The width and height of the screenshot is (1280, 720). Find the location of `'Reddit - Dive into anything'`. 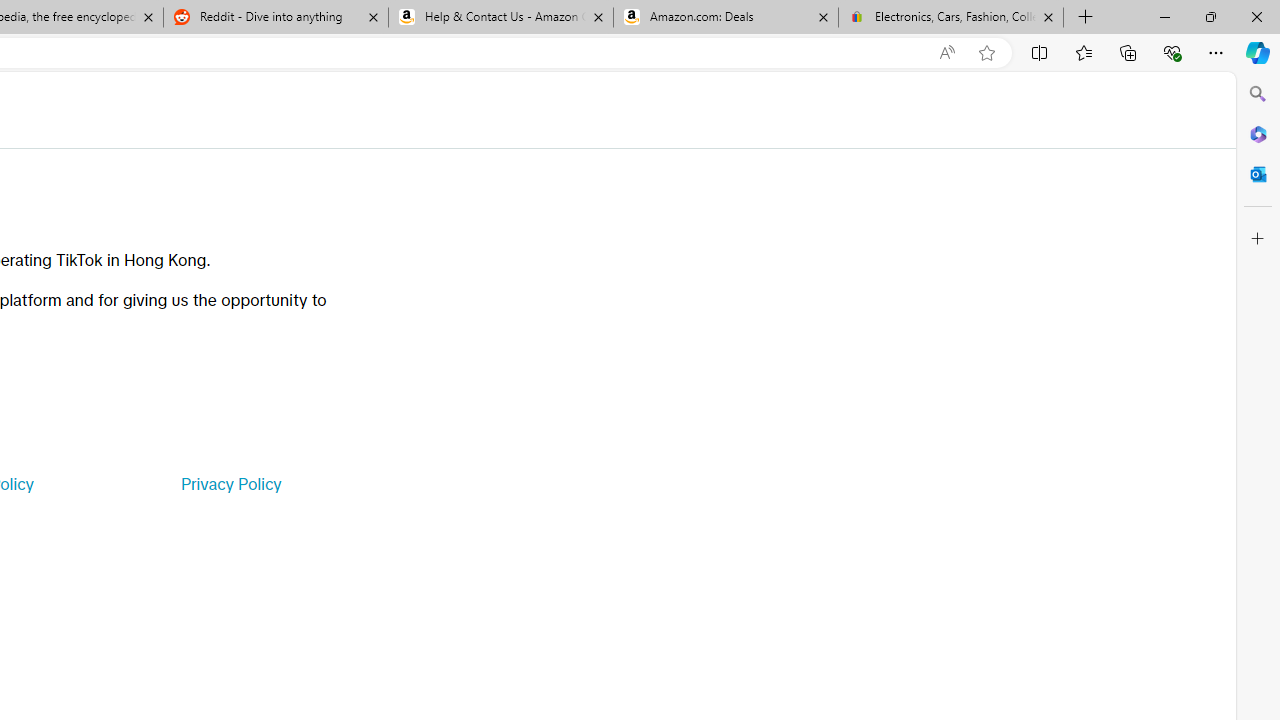

'Reddit - Dive into anything' is located at coordinates (274, 17).